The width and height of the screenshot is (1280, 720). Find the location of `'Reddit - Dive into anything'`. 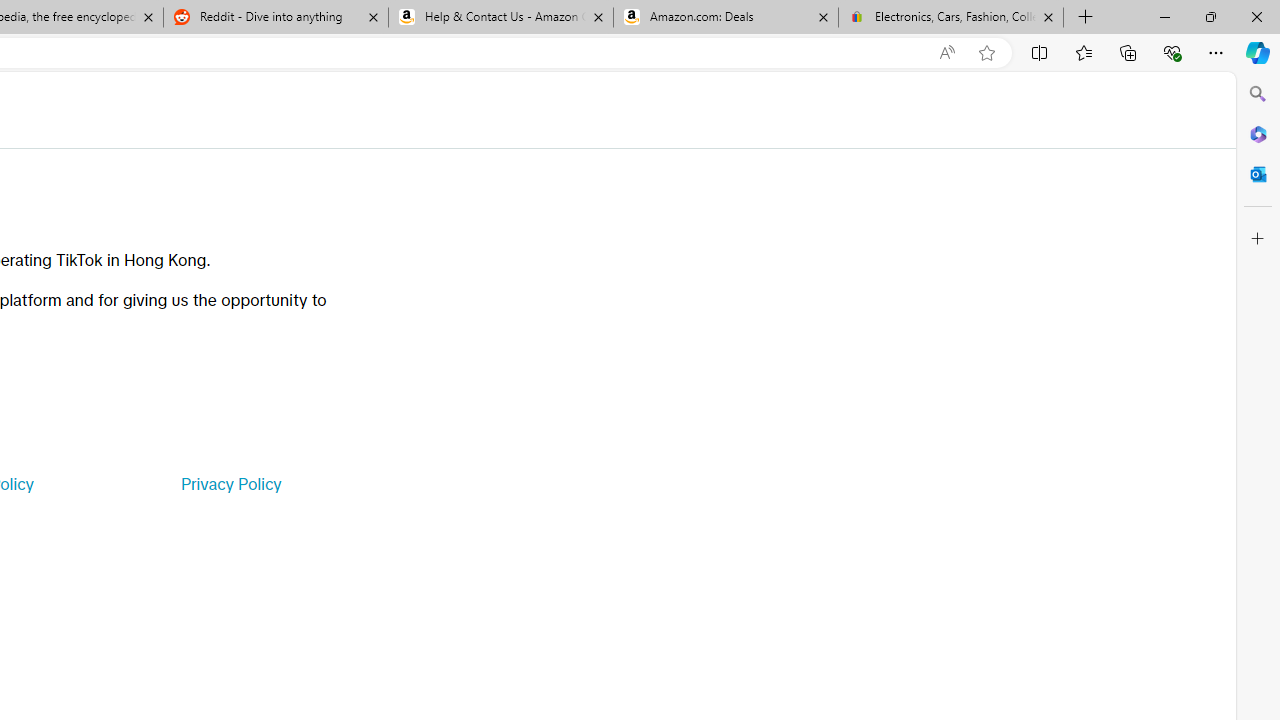

'Reddit - Dive into anything' is located at coordinates (274, 17).